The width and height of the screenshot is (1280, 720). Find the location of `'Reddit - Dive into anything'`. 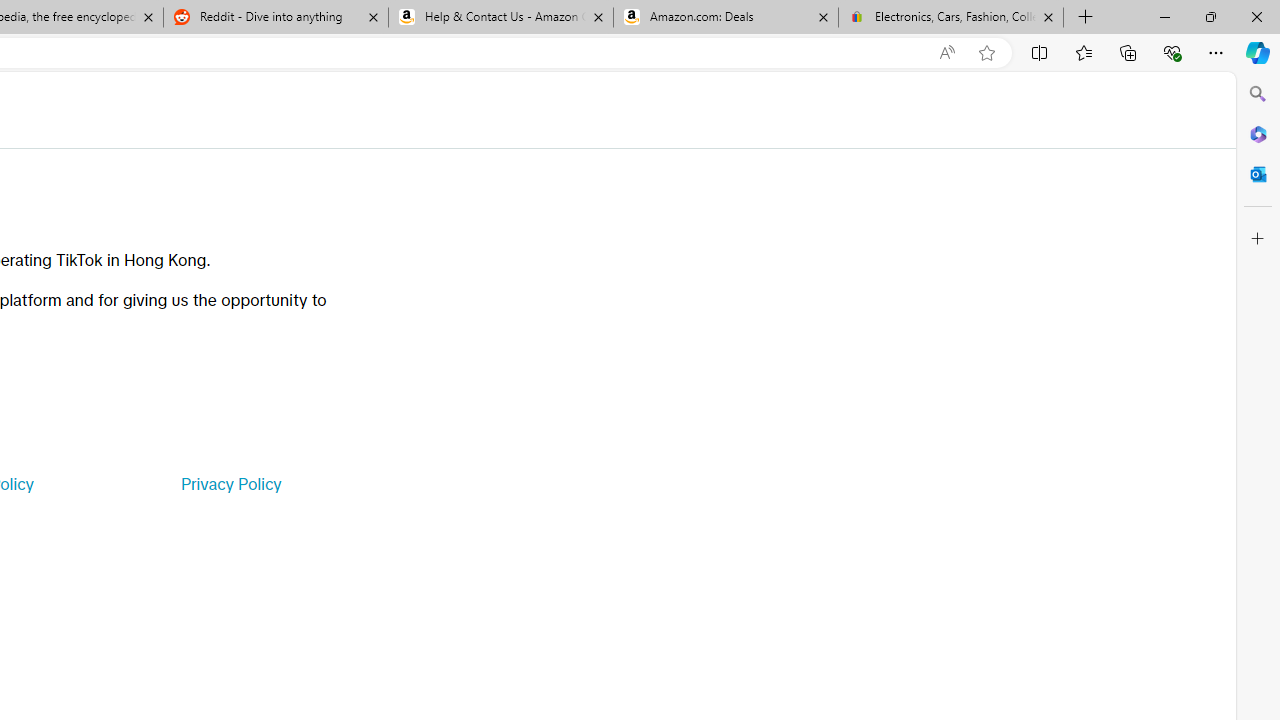

'Reddit - Dive into anything' is located at coordinates (274, 17).